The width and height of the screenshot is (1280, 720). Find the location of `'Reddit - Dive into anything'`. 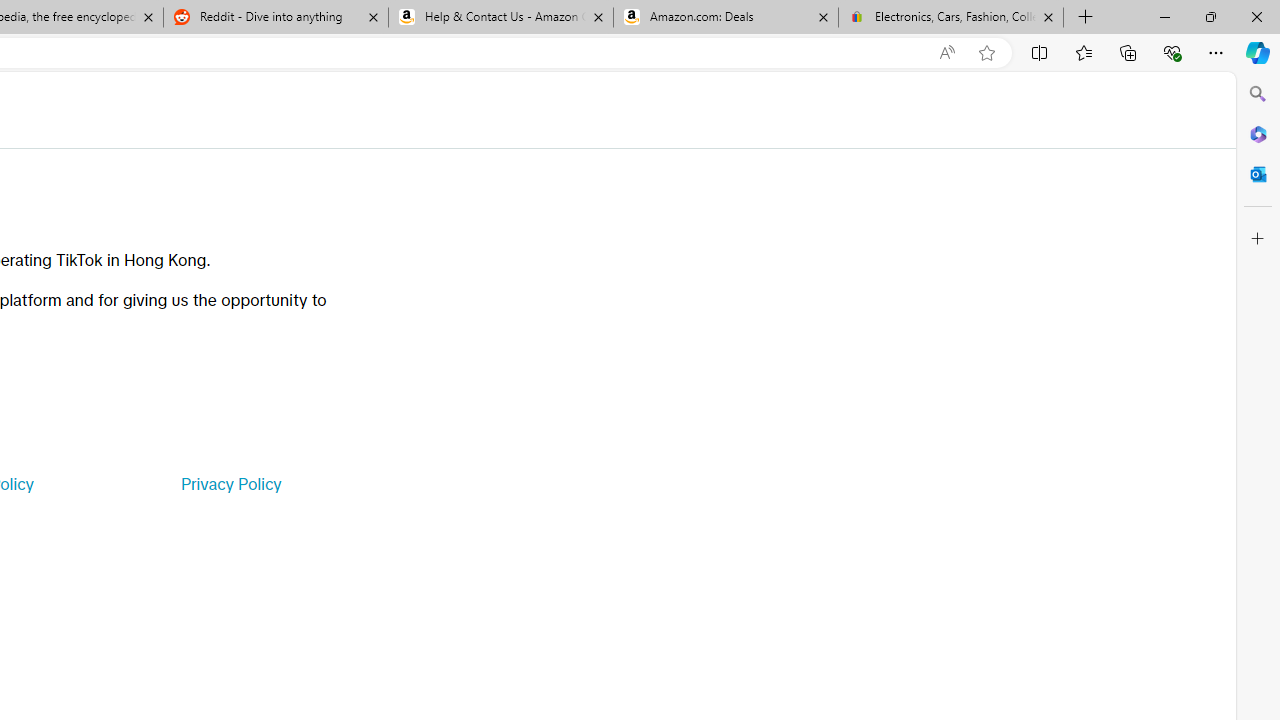

'Reddit - Dive into anything' is located at coordinates (274, 17).